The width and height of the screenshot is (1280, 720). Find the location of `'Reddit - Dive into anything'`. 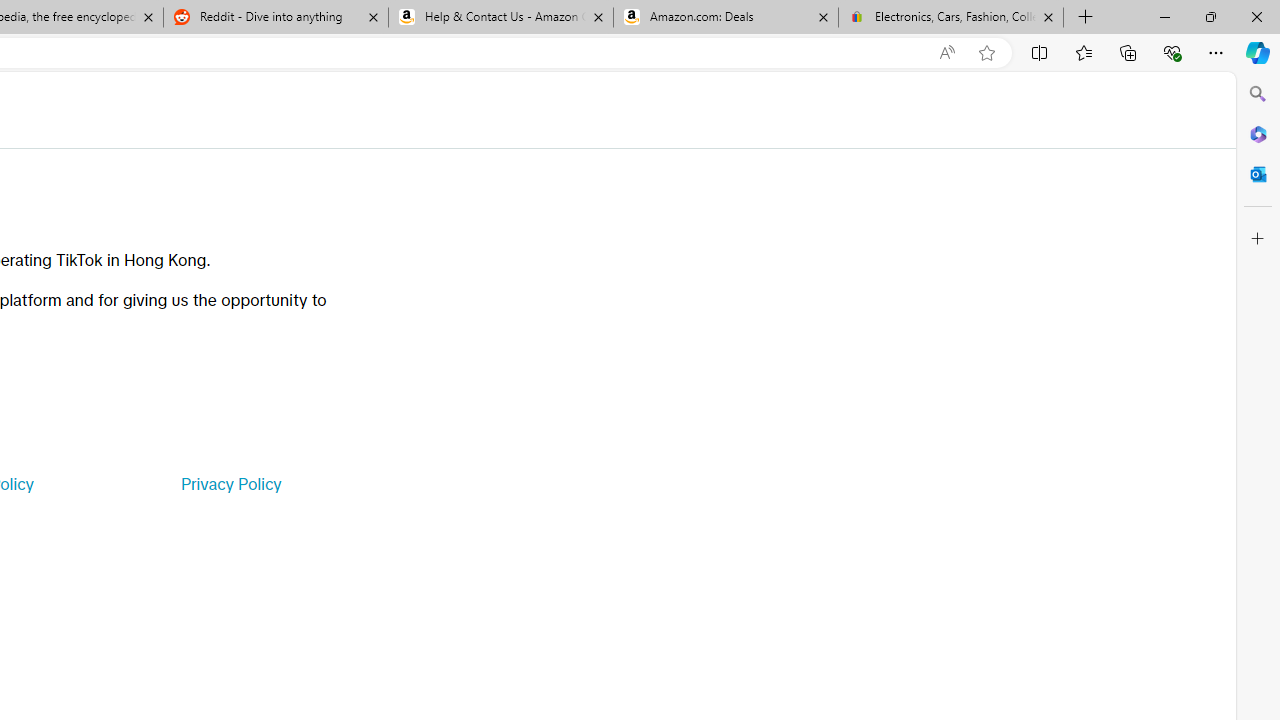

'Reddit - Dive into anything' is located at coordinates (274, 17).